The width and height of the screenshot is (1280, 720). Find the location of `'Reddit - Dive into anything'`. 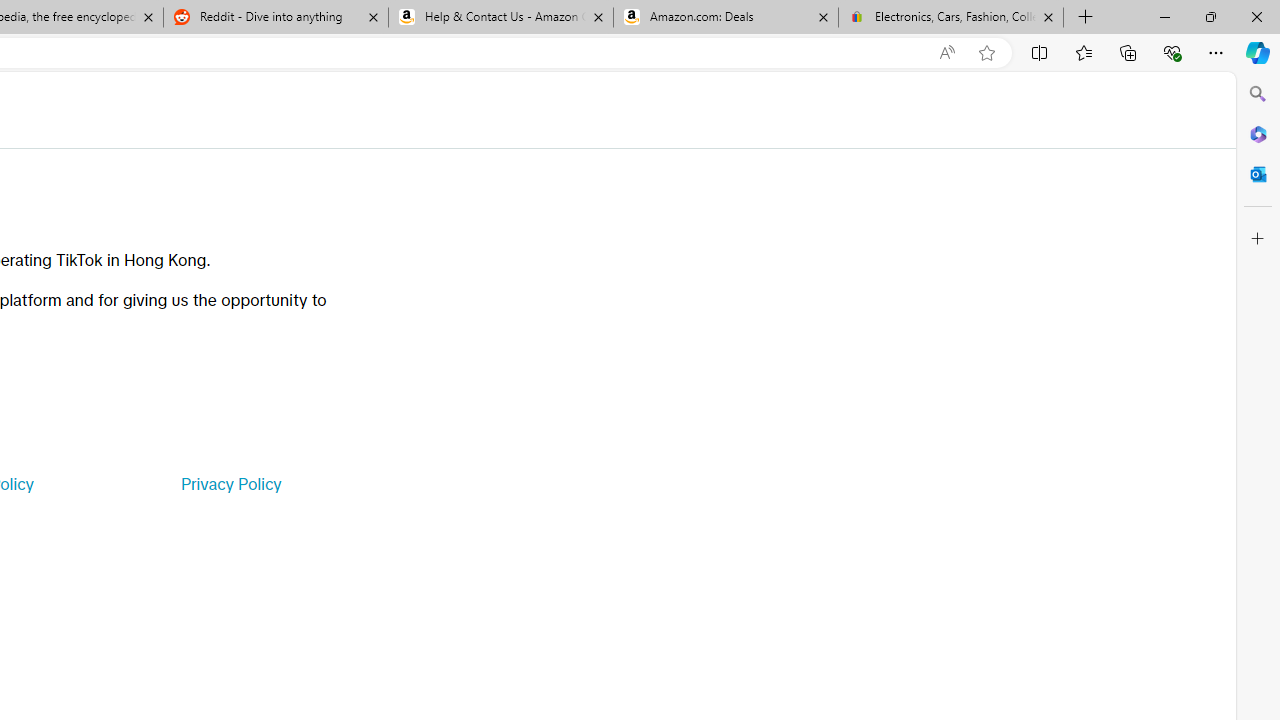

'Reddit - Dive into anything' is located at coordinates (274, 17).